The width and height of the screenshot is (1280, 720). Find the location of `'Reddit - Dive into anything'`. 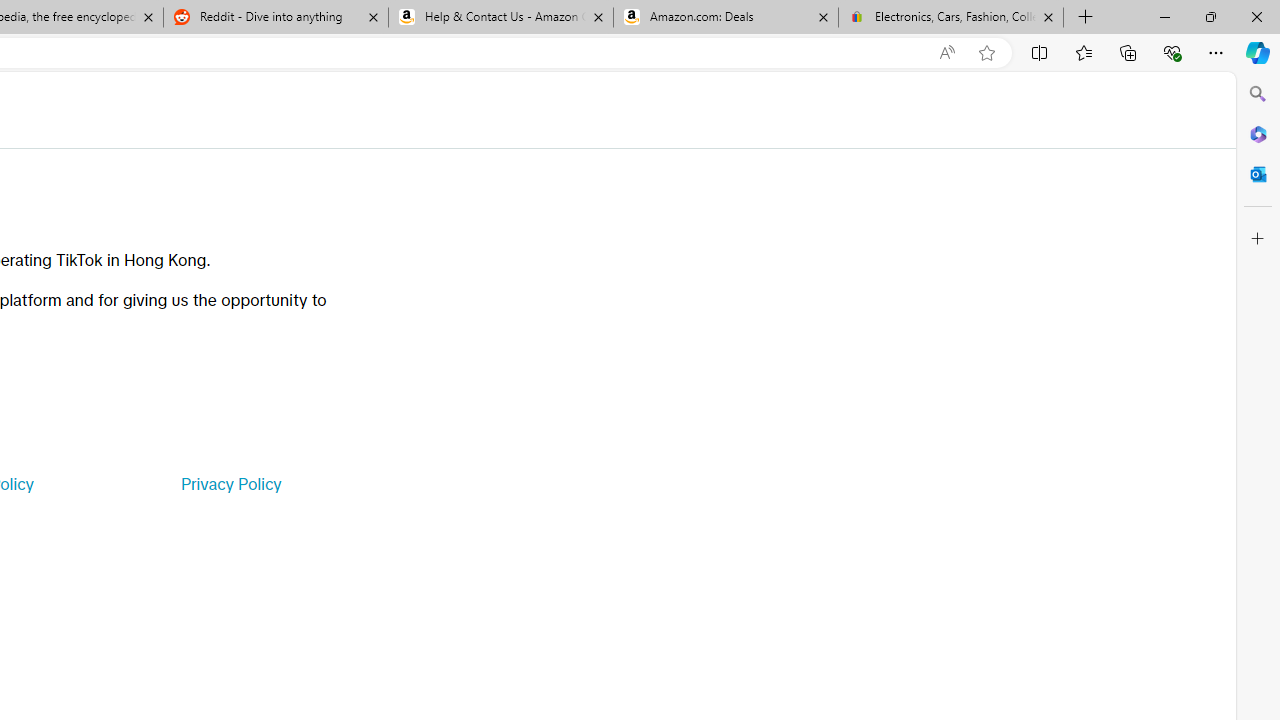

'Reddit - Dive into anything' is located at coordinates (274, 17).